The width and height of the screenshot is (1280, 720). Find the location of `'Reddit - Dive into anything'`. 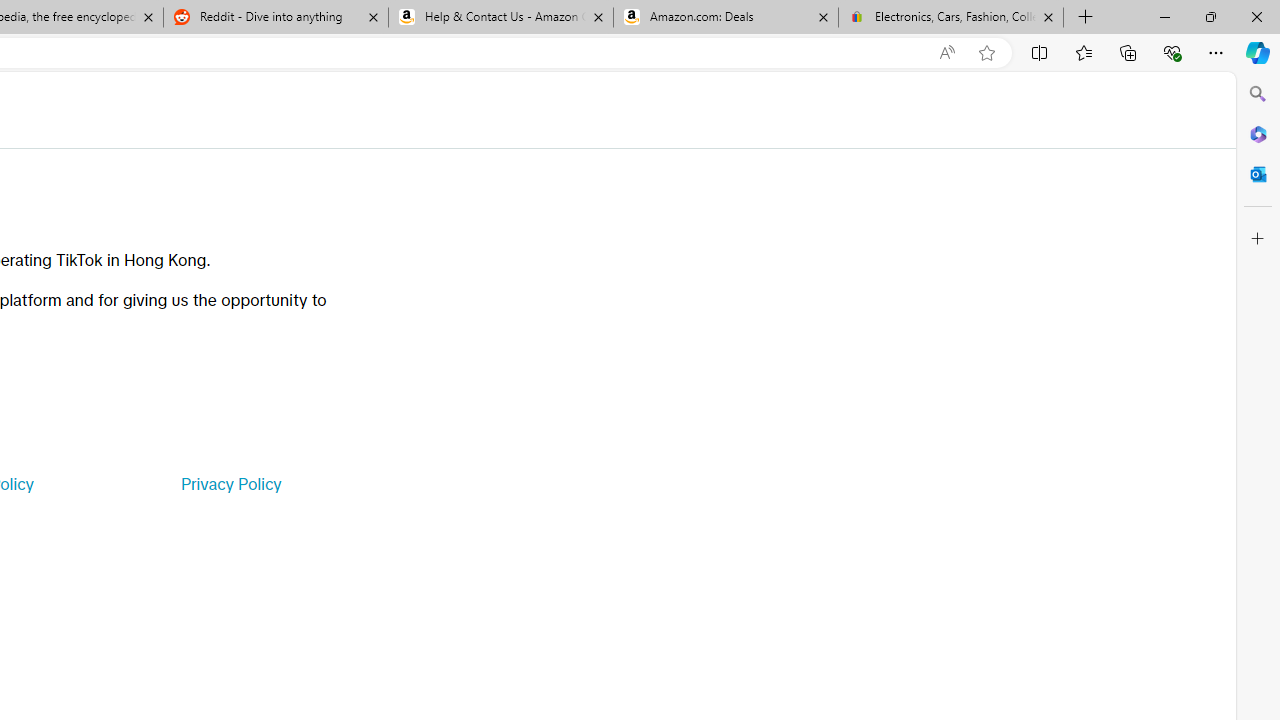

'Reddit - Dive into anything' is located at coordinates (274, 17).